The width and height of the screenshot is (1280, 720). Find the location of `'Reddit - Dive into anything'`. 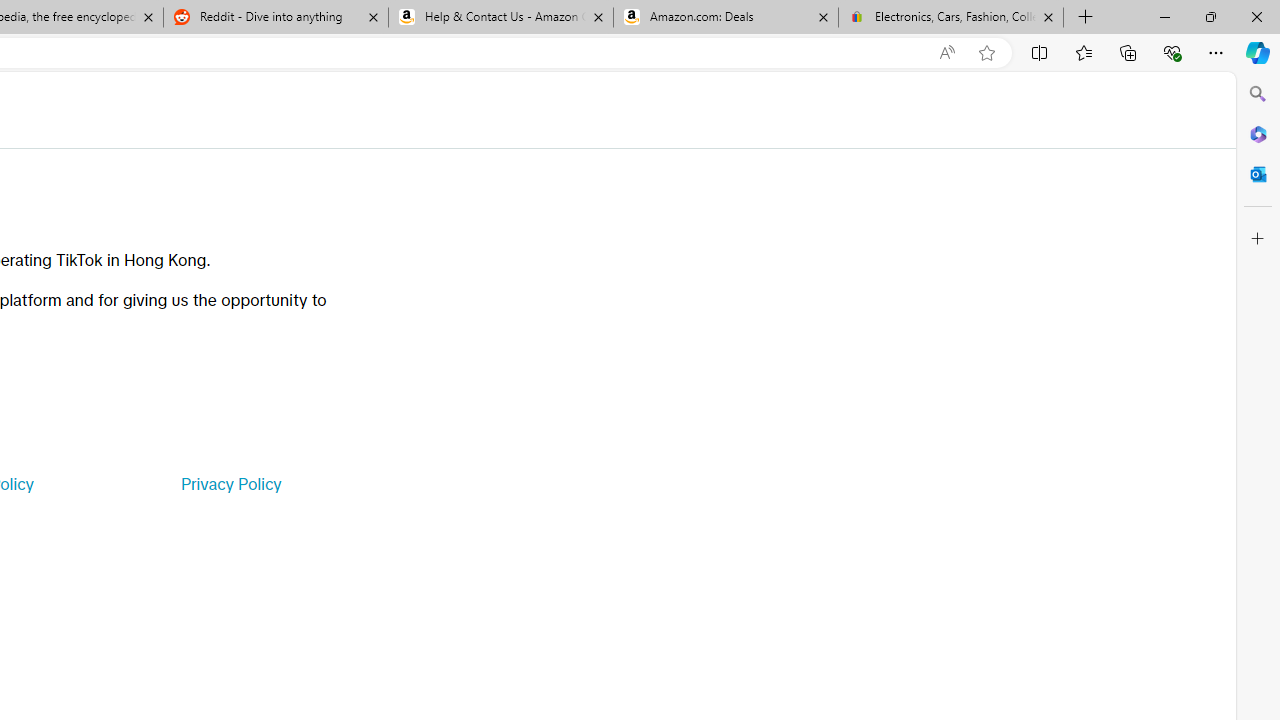

'Reddit - Dive into anything' is located at coordinates (274, 17).